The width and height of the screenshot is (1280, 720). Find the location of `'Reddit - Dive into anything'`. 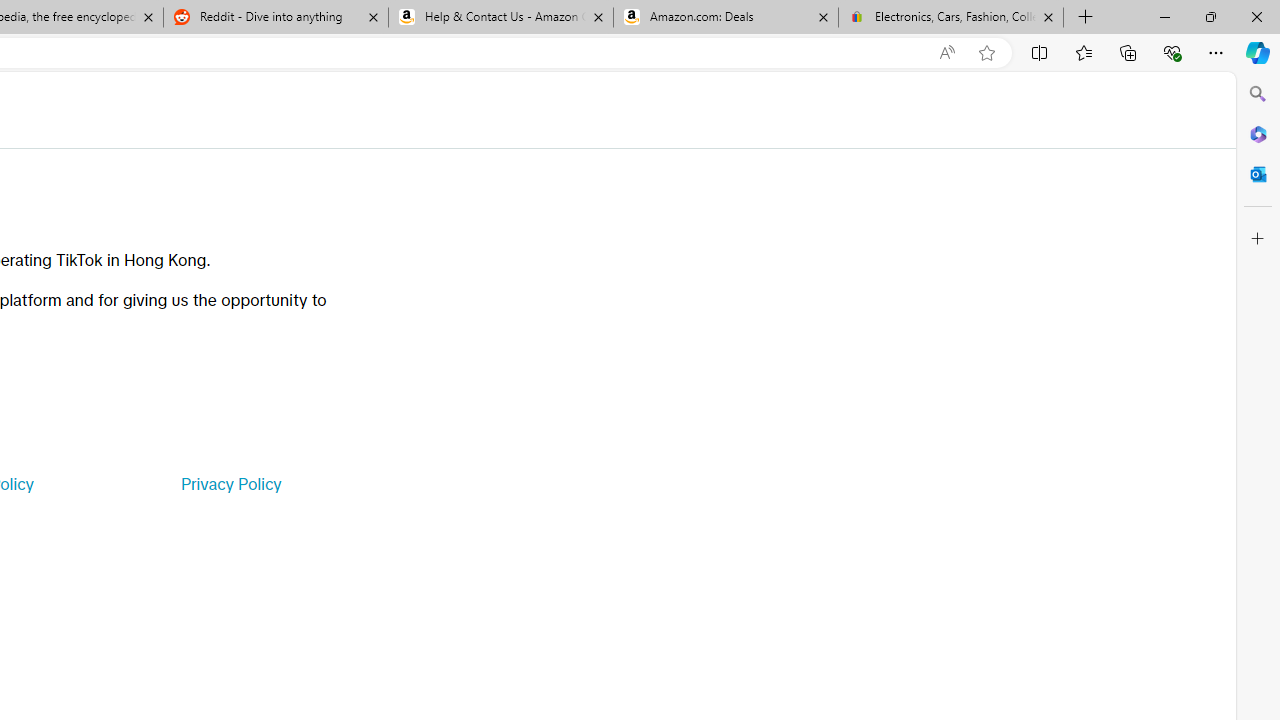

'Reddit - Dive into anything' is located at coordinates (274, 17).